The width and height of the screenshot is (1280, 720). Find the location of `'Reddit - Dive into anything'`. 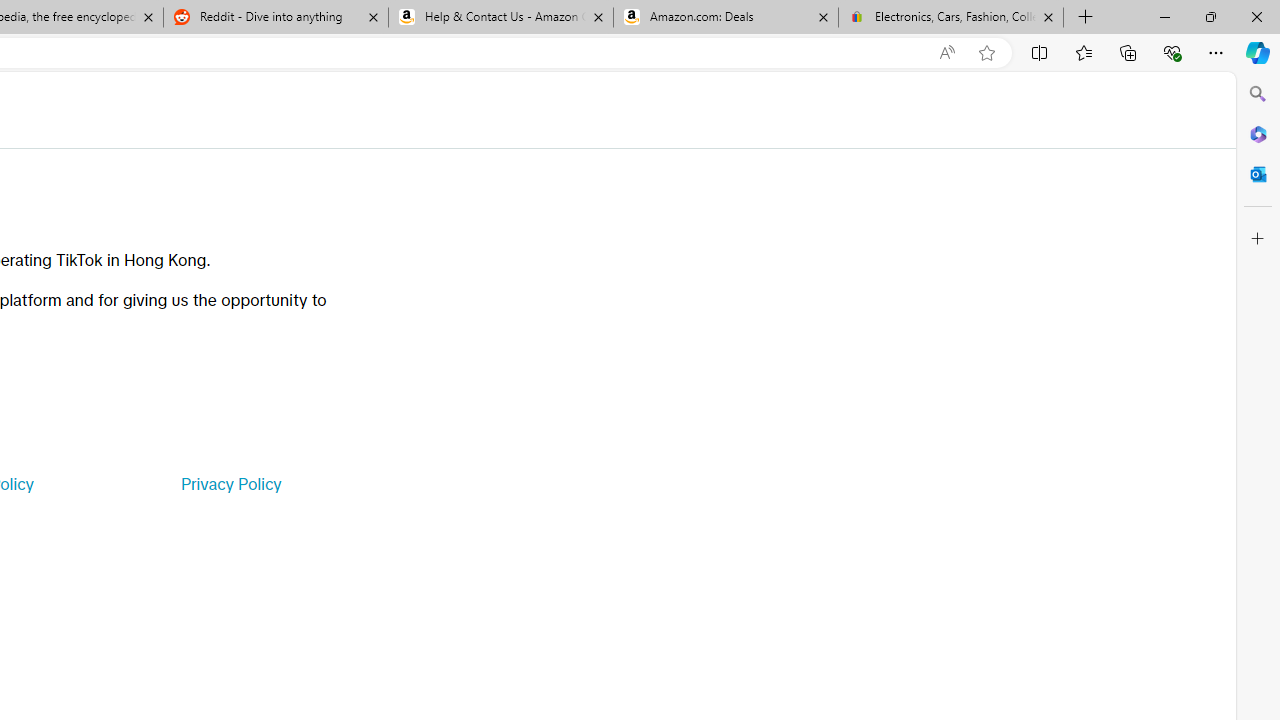

'Reddit - Dive into anything' is located at coordinates (274, 17).